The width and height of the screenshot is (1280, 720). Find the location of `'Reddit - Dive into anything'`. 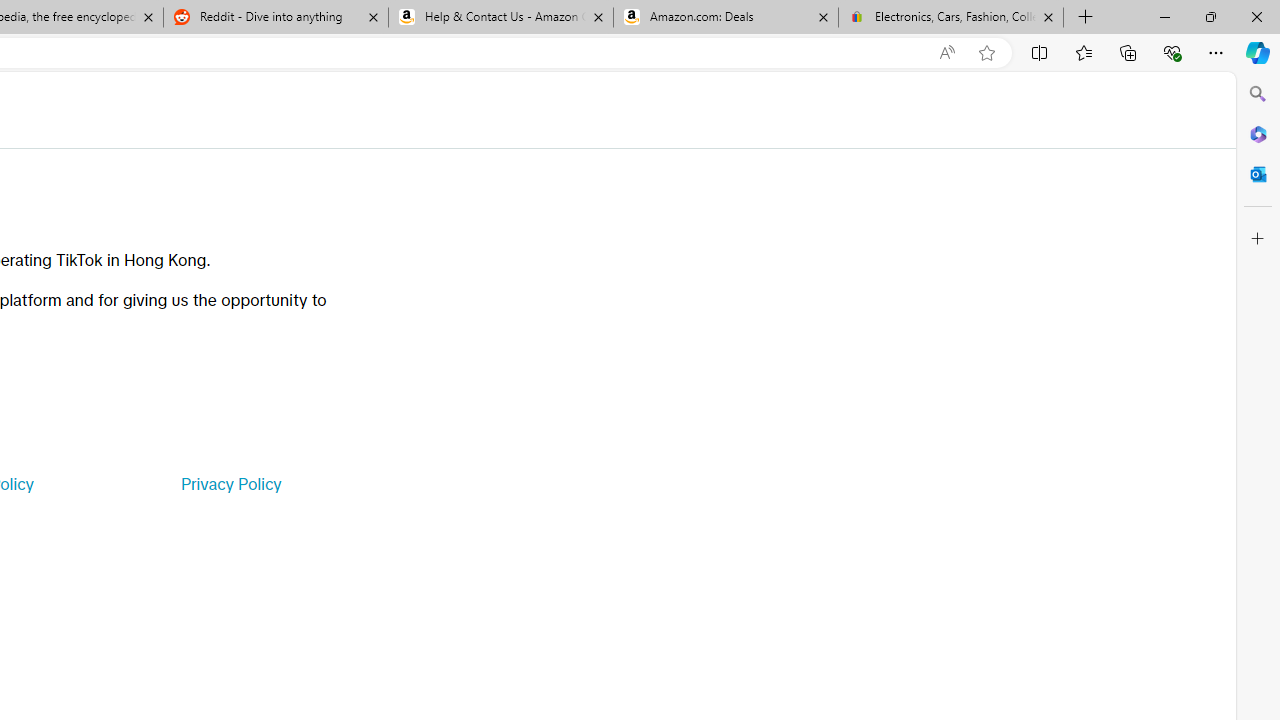

'Reddit - Dive into anything' is located at coordinates (274, 17).